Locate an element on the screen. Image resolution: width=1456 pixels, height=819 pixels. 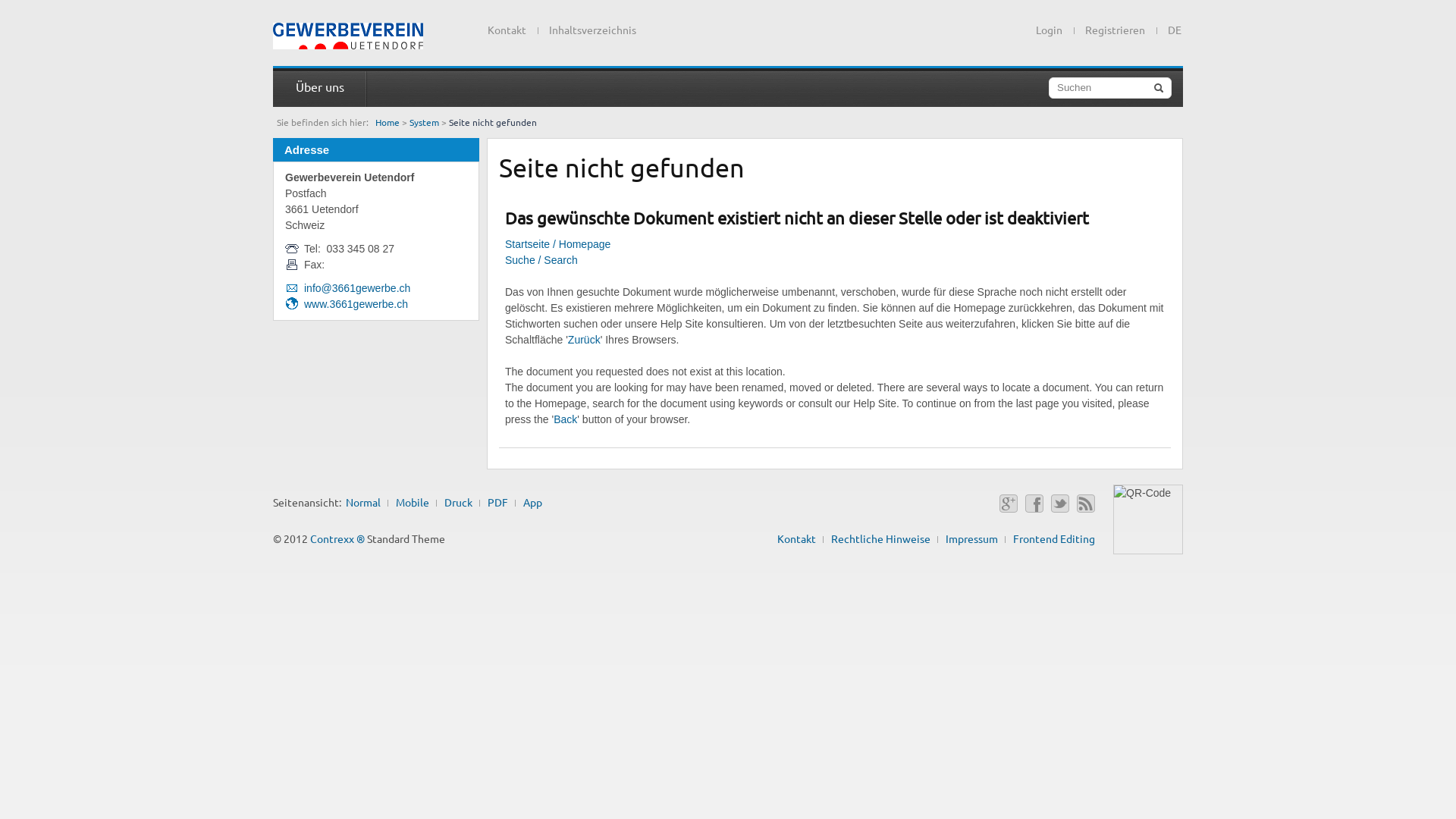
'DE' is located at coordinates (1169, 27).